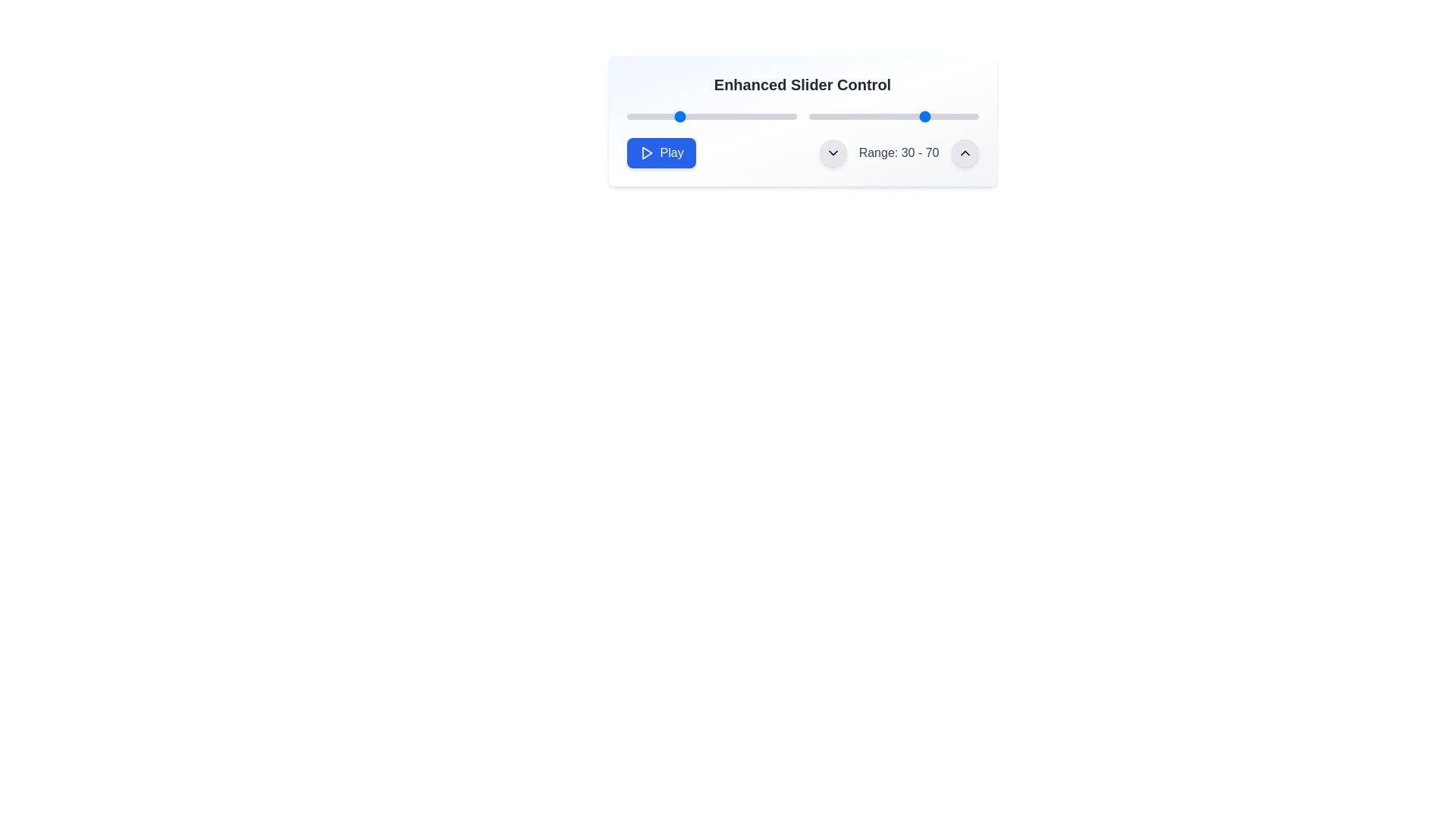 This screenshot has width=1456, height=819. What do you see at coordinates (859, 116) in the screenshot?
I see `the slider value` at bounding box center [859, 116].